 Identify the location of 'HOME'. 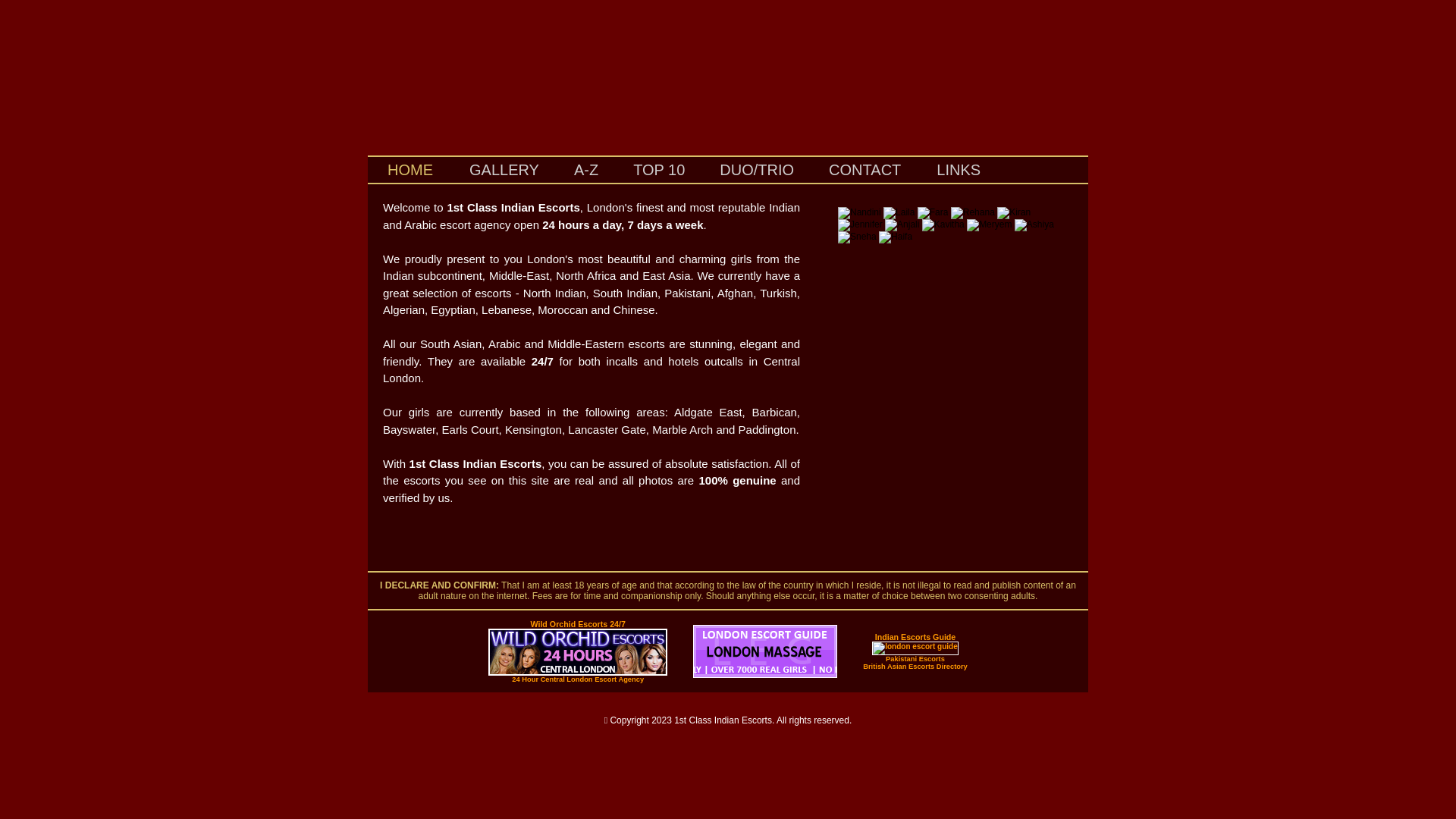
(410, 169).